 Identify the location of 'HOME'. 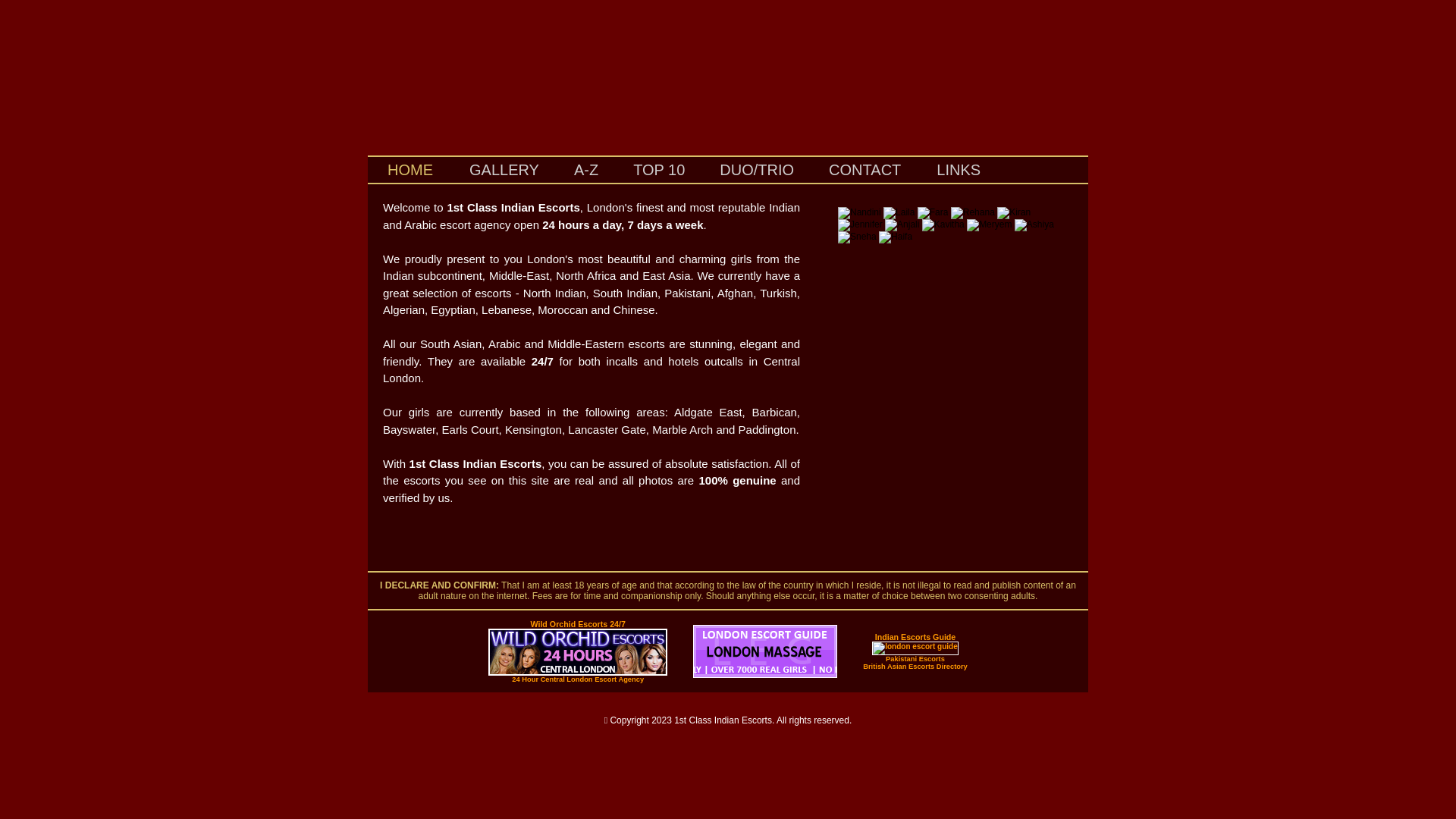
(410, 169).